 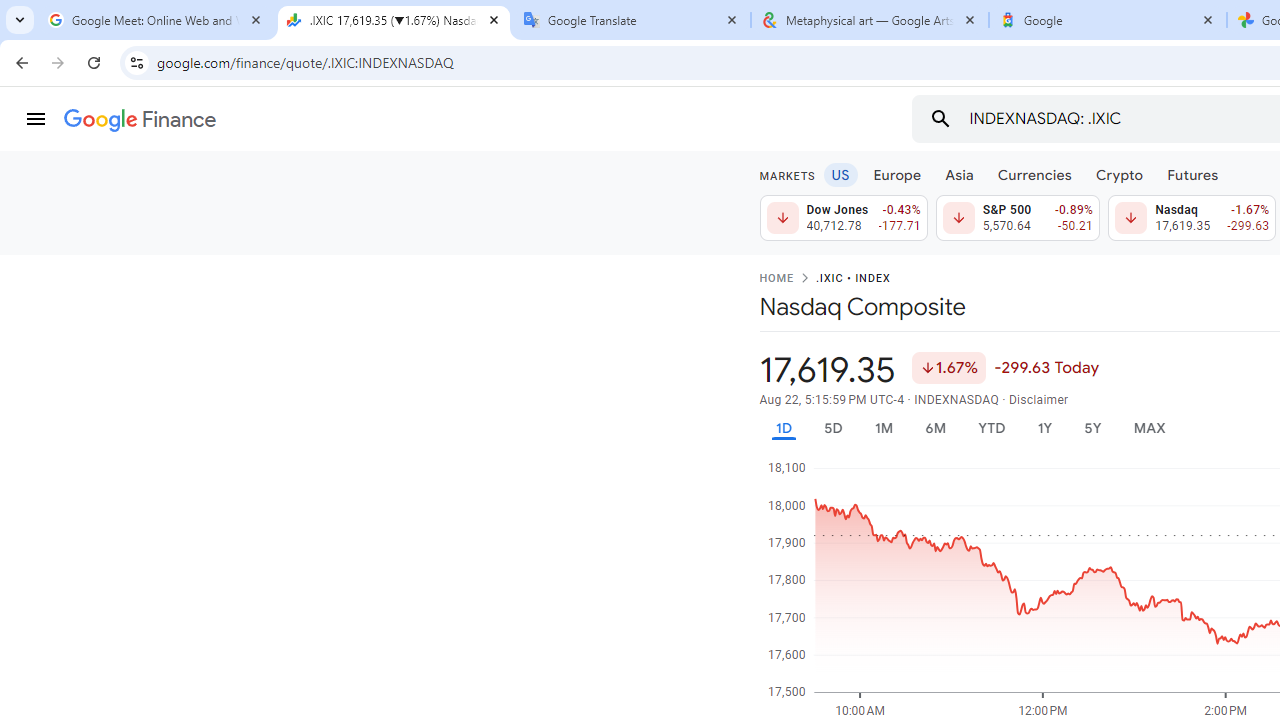 I want to click on 'US', so click(x=840, y=173).